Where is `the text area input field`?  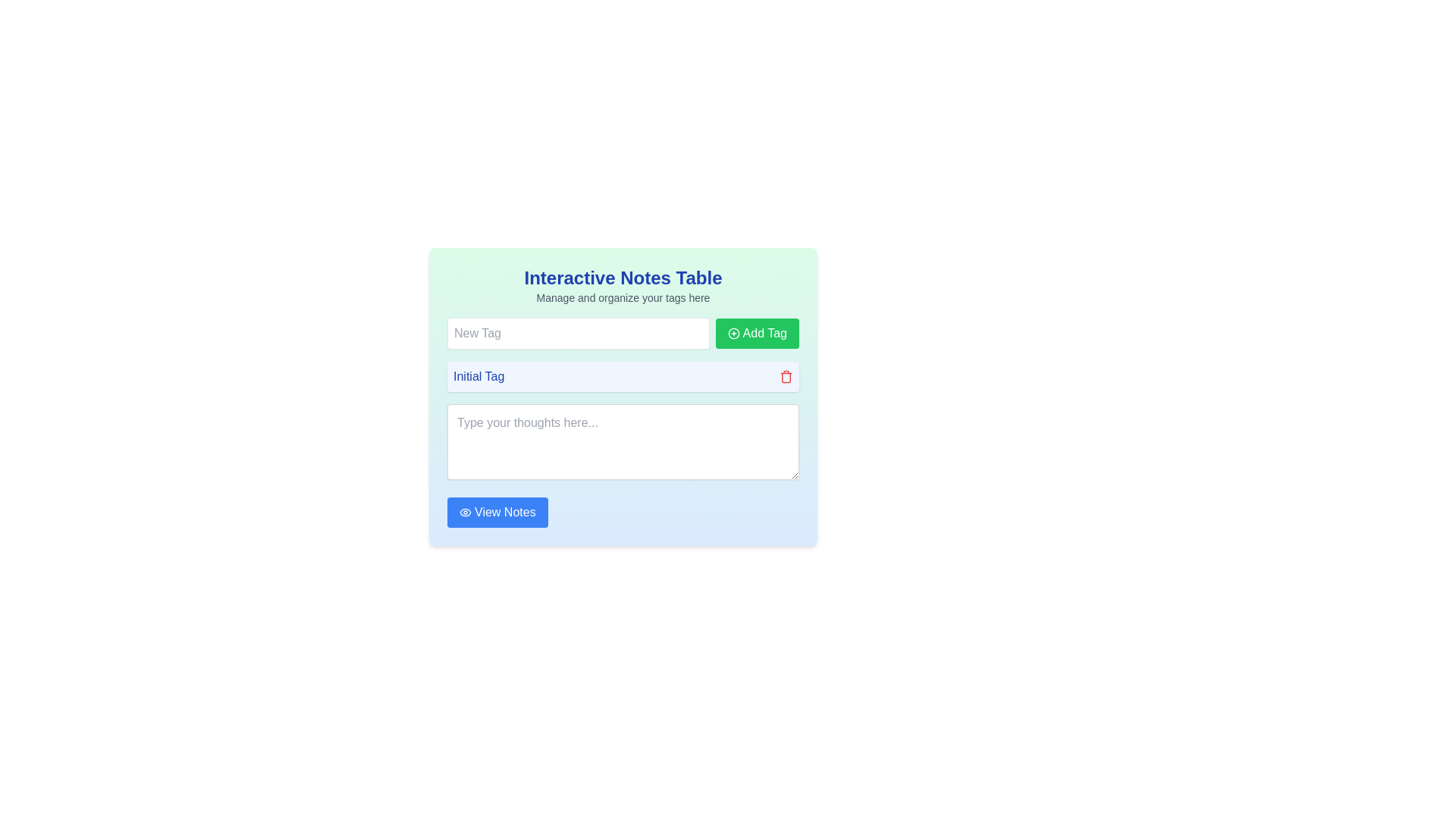 the text area input field is located at coordinates (623, 441).